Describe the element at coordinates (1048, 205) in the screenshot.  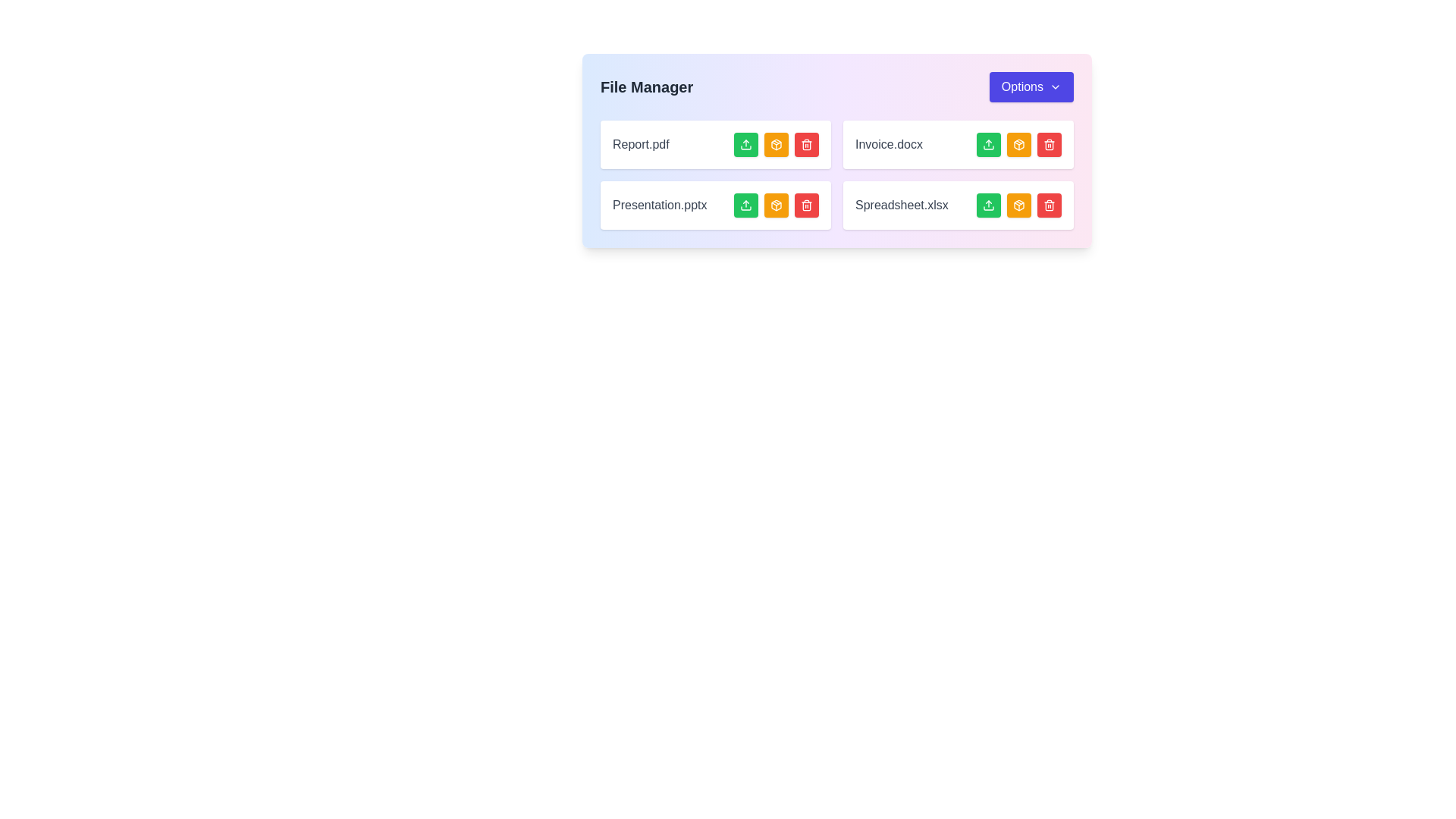
I see `the red trash bin icon within the button in the second row of the file manager's action buttons for the 'Spreadsheet.xlsx' file` at that location.